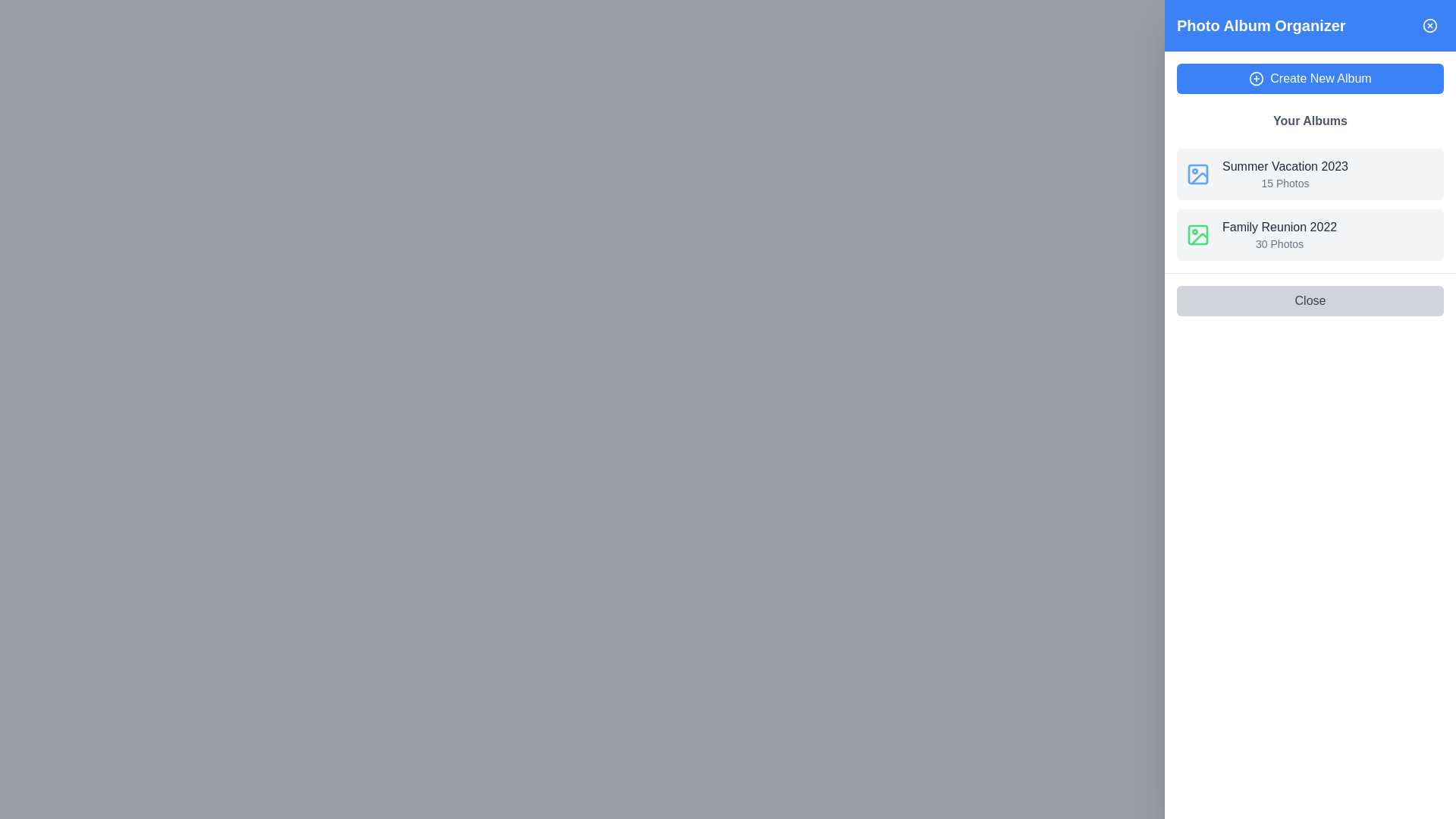 The width and height of the screenshot is (1456, 819). Describe the element at coordinates (1284, 166) in the screenshot. I see `the text 'Summer Vacation 2023', which is the title of the first photo album in the 'Your Albums' section` at that location.